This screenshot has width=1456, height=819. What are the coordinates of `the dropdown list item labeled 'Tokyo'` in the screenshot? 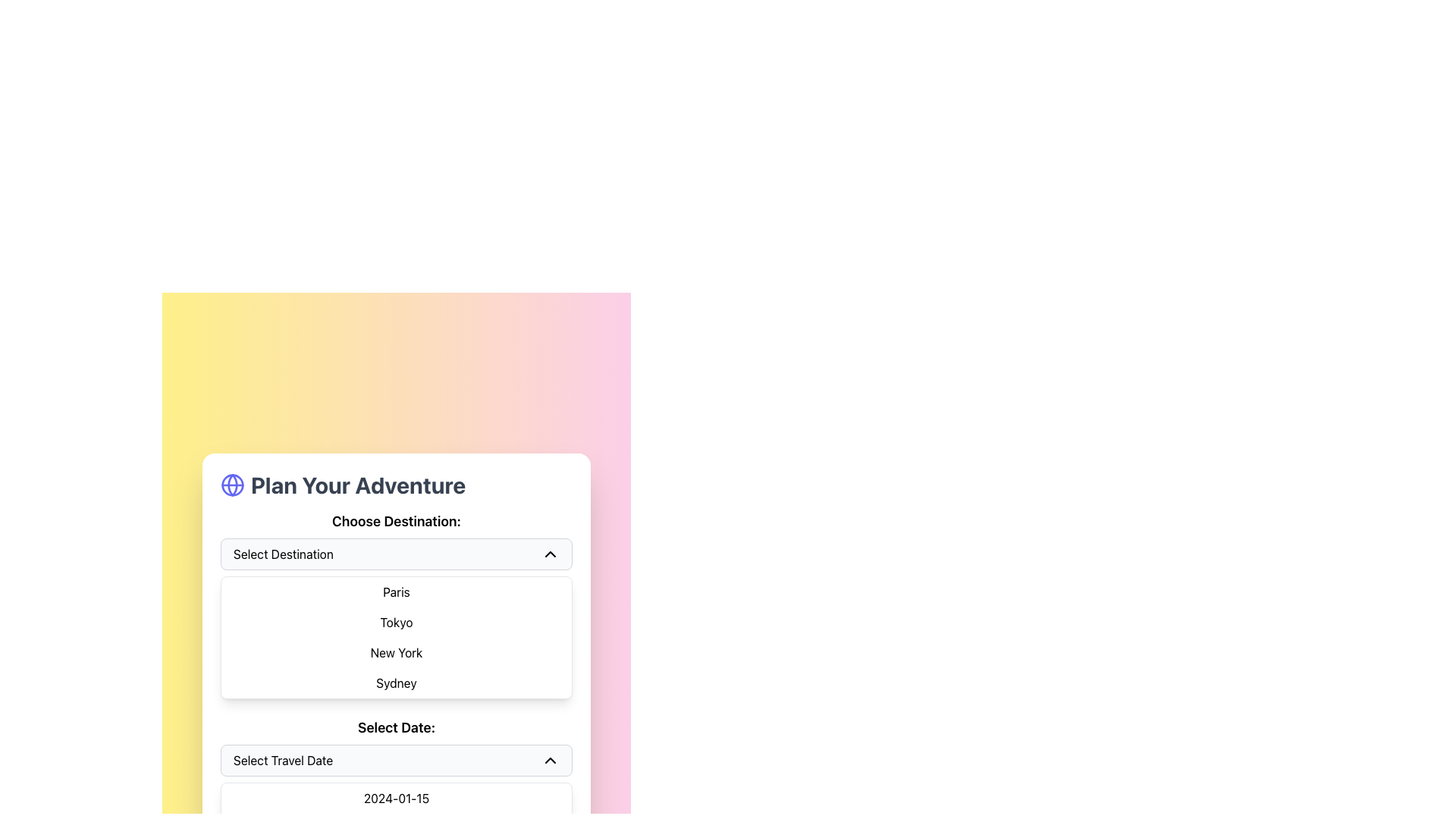 It's located at (397, 623).